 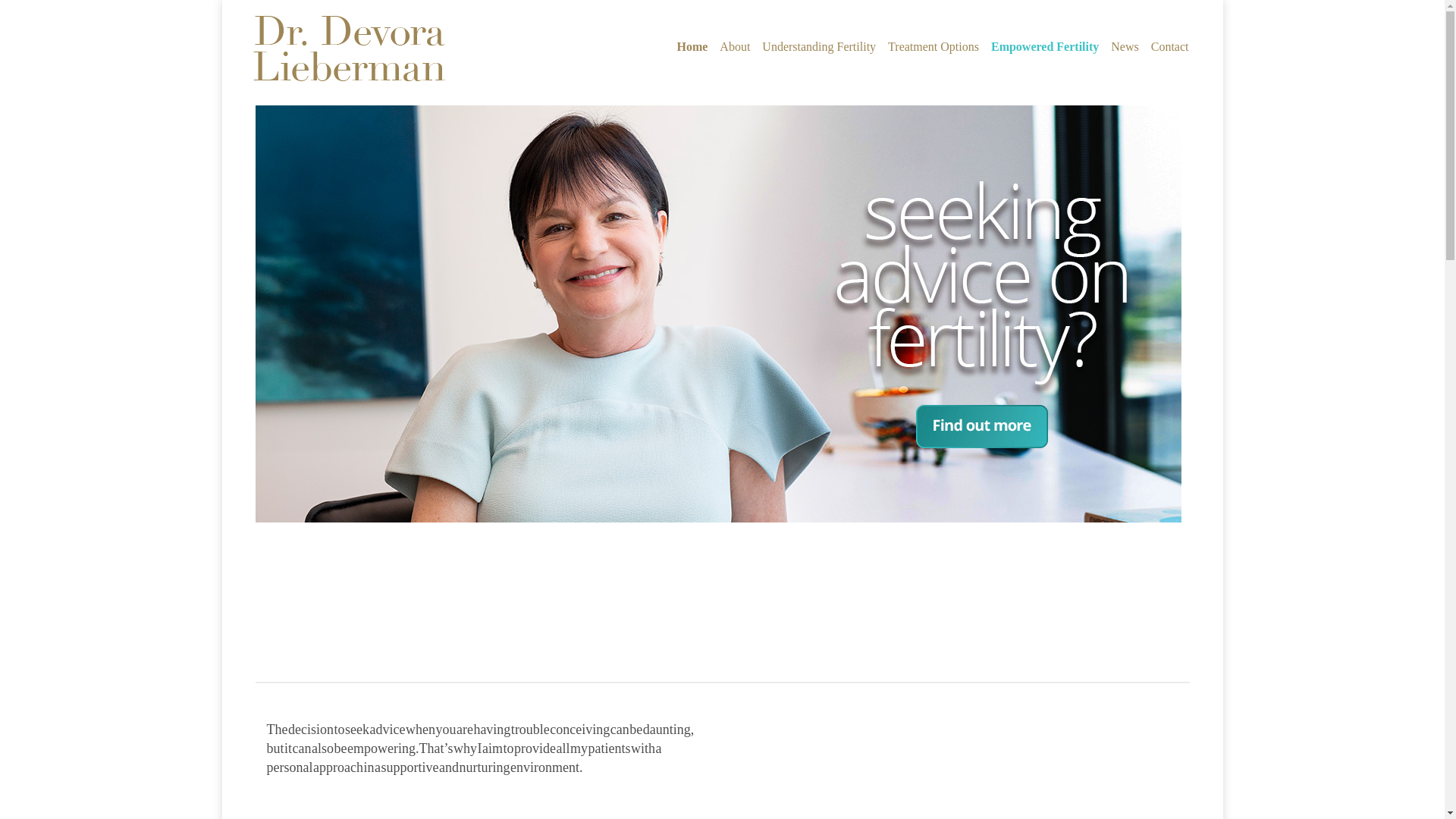 I want to click on 'Understanding Fertility', so click(x=818, y=46).